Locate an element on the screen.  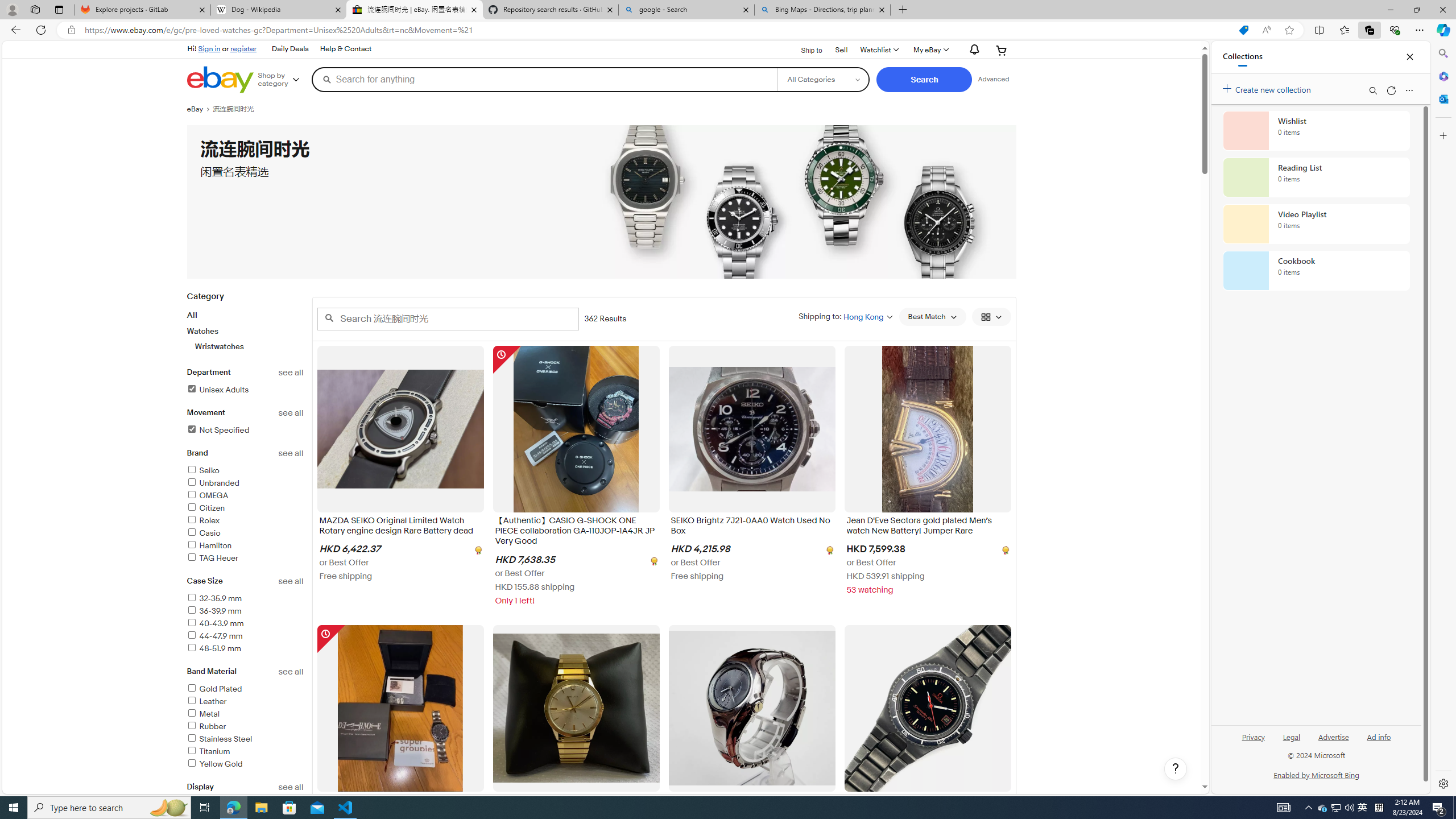
'See all movement refinements' is located at coordinates (291, 412).